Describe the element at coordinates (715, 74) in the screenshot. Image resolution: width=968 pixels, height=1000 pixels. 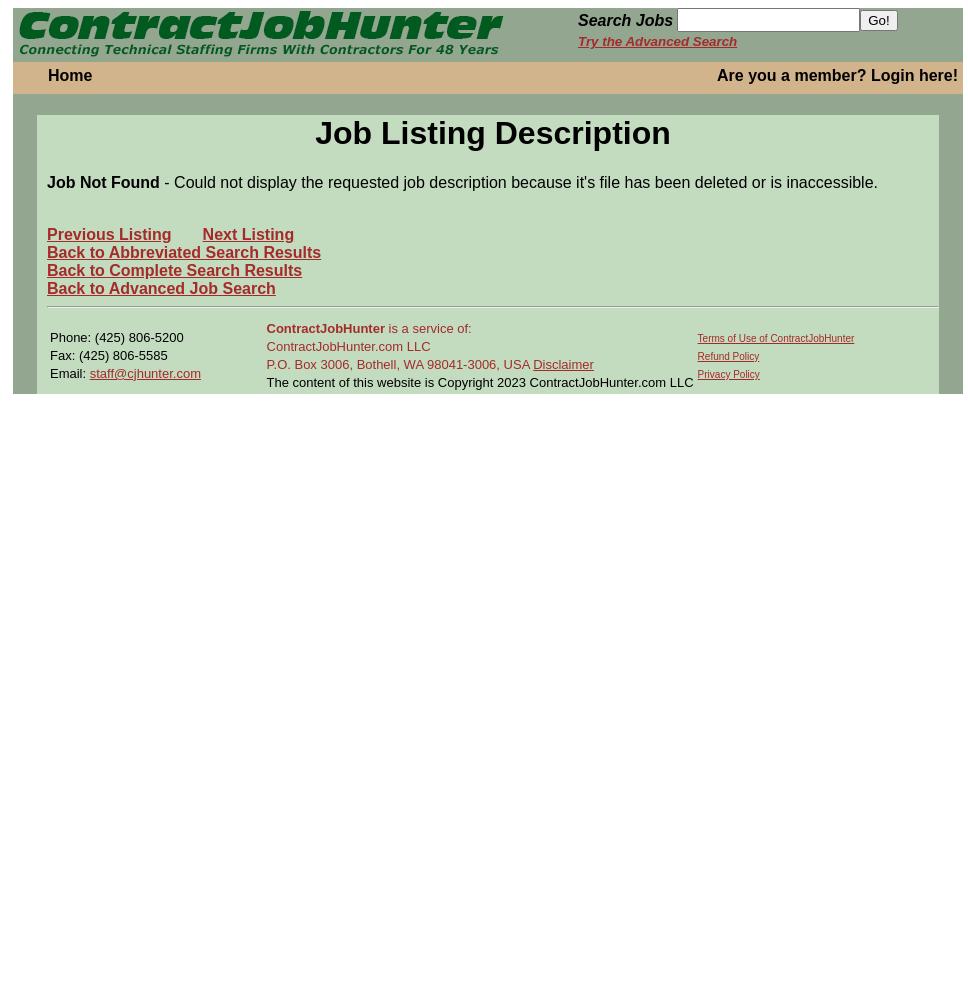
I see `'Are you a member? Login here!'` at that location.